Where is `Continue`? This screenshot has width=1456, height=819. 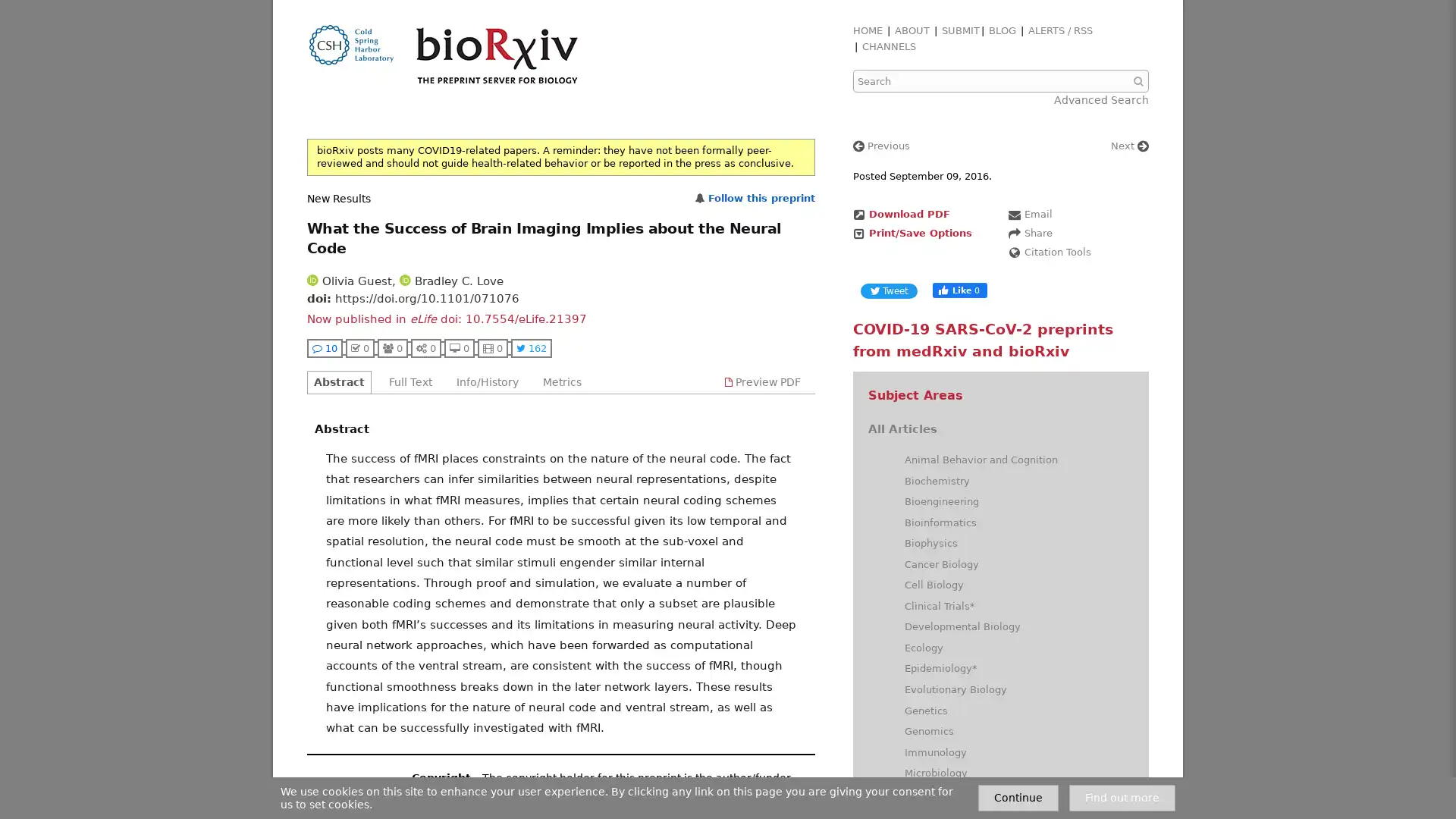
Continue is located at coordinates (1018, 797).